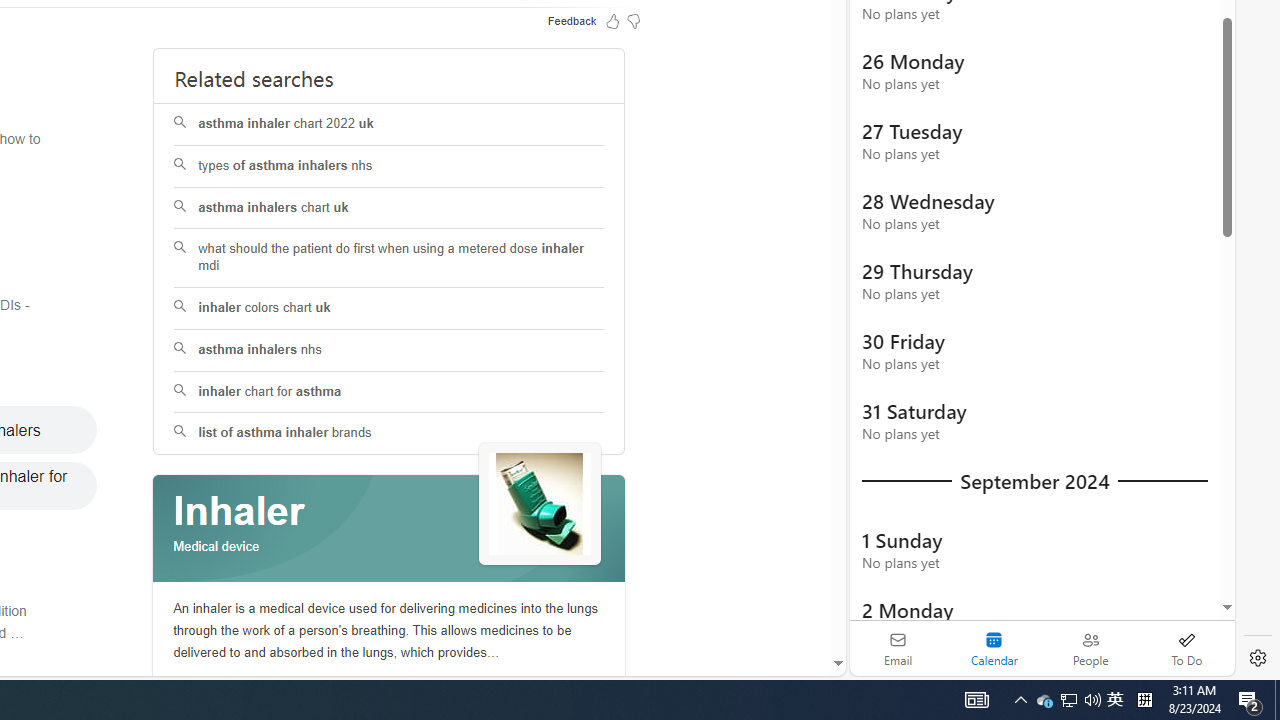  I want to click on 'inhaler chart for asthma', so click(389, 392).